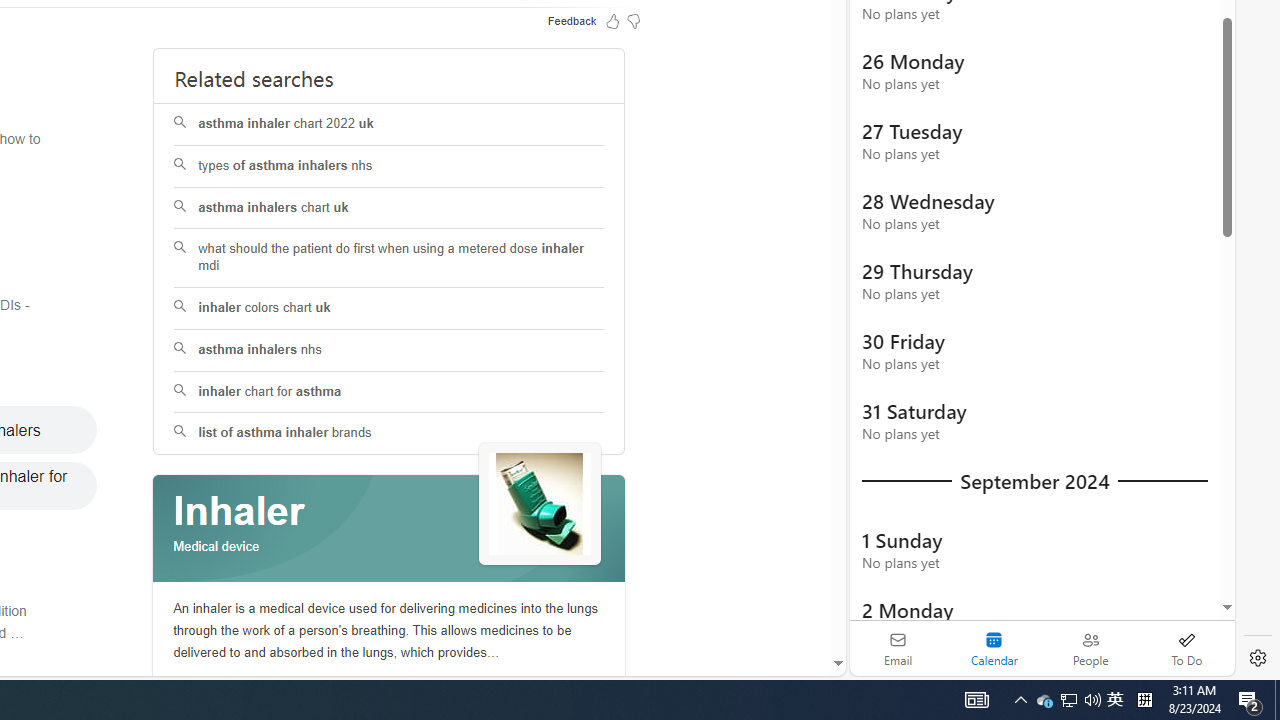  I want to click on 'inhaler chart for asthma', so click(389, 392).